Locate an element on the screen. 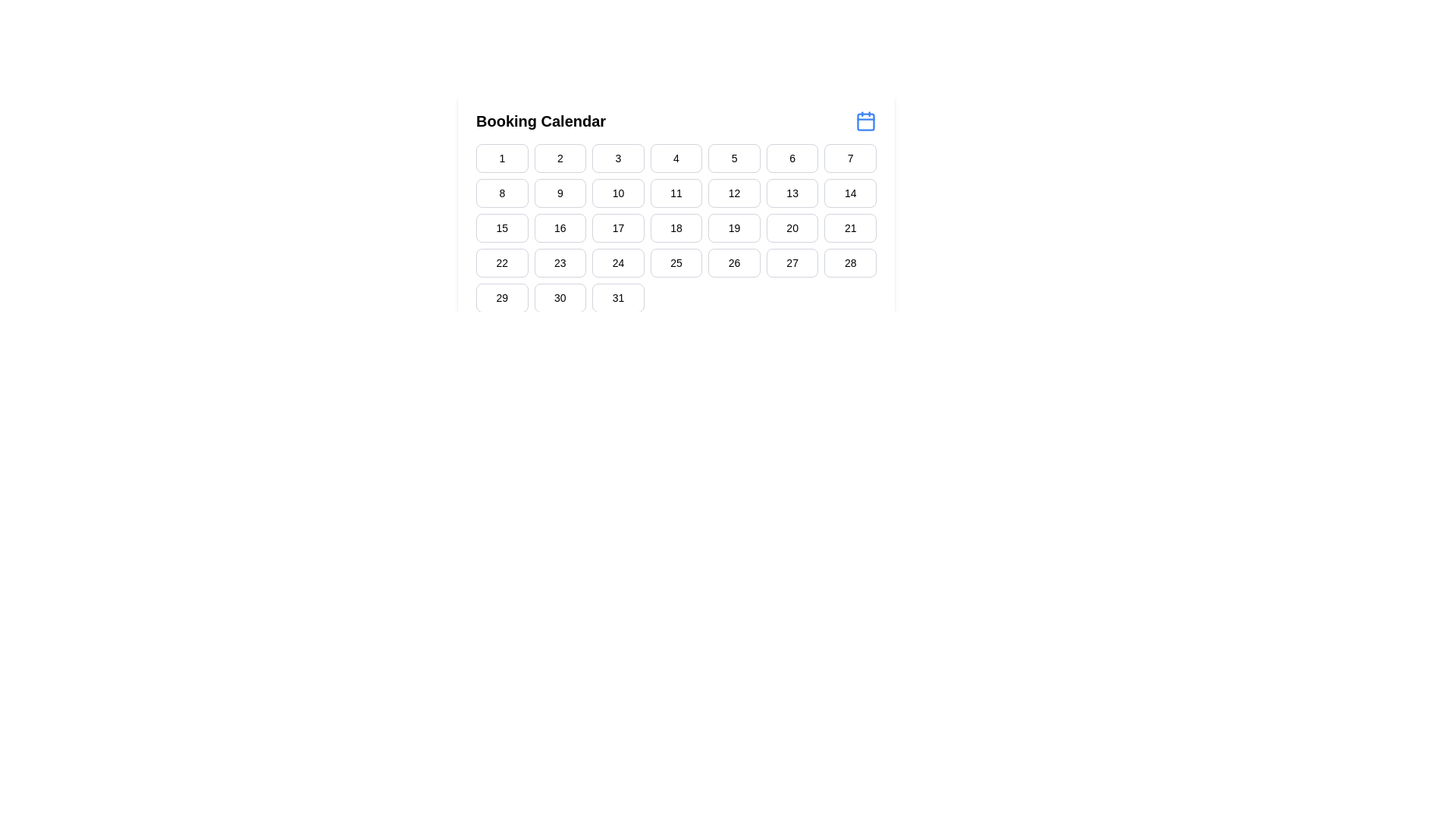 This screenshot has height=819, width=1456. the button labeled '18' with a white background and black text is located at coordinates (676, 227).